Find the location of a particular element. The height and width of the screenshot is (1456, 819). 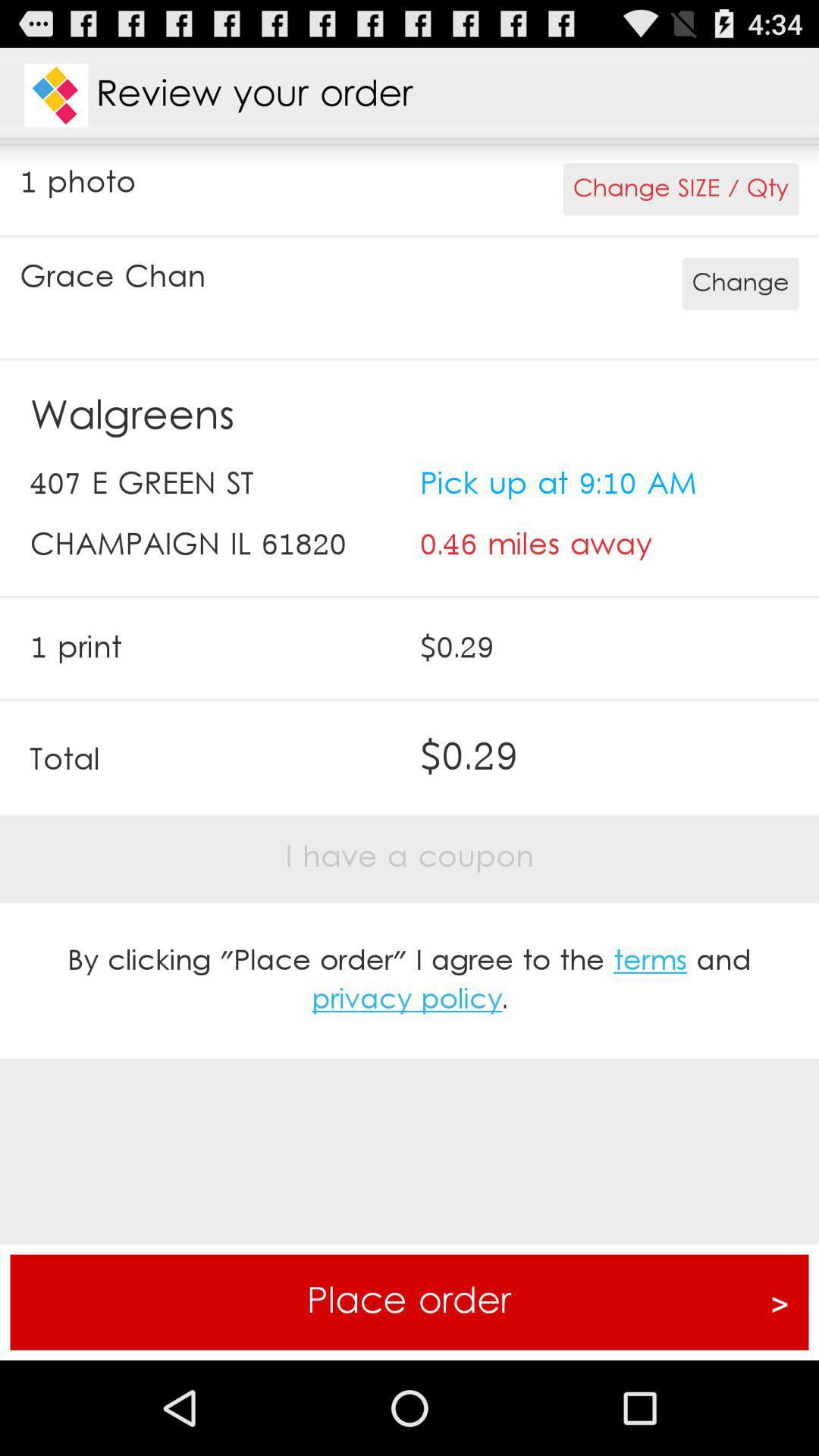

the by clicking place item is located at coordinates (409, 981).